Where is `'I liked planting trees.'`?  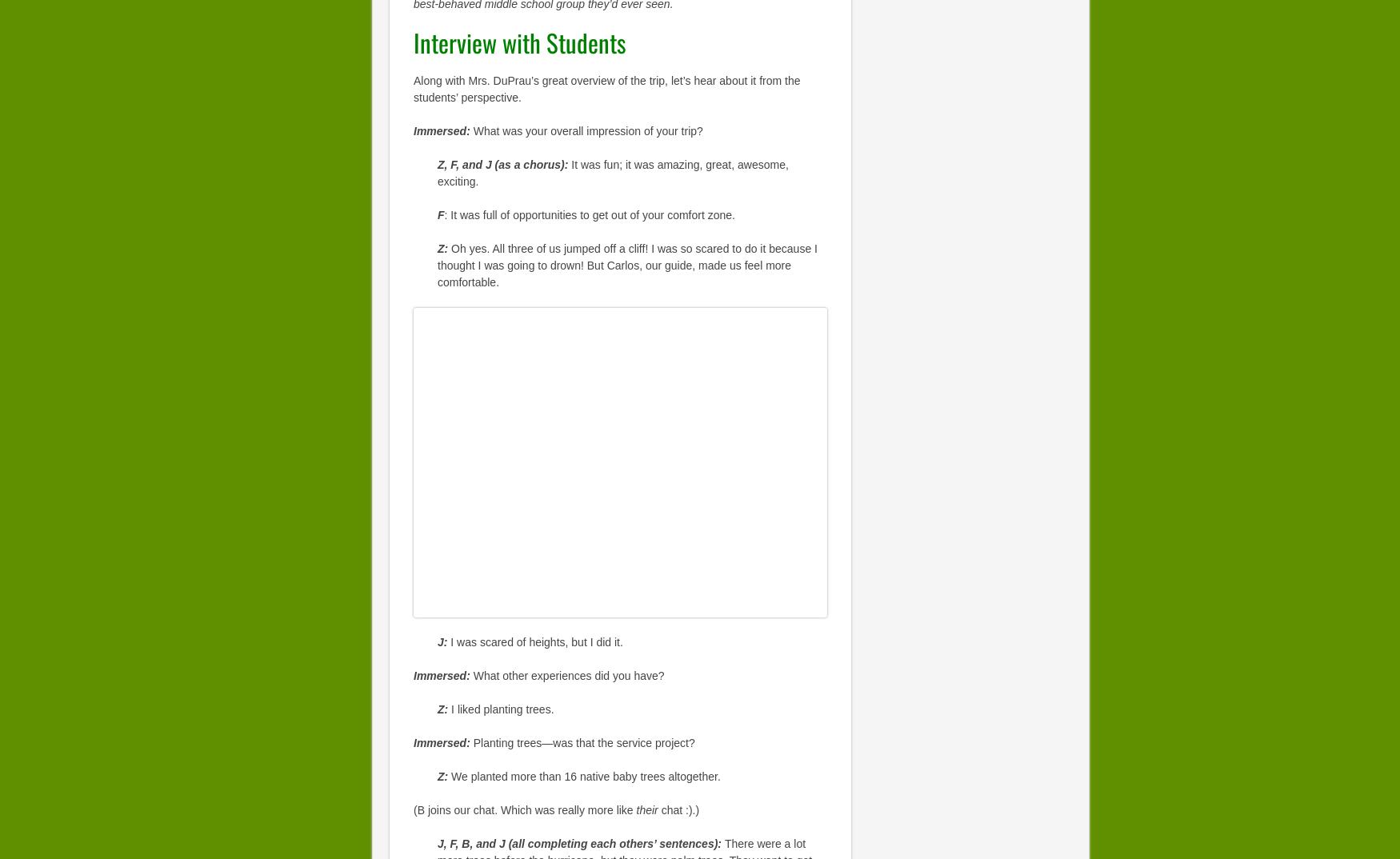
'I liked planting trees.' is located at coordinates (502, 709).